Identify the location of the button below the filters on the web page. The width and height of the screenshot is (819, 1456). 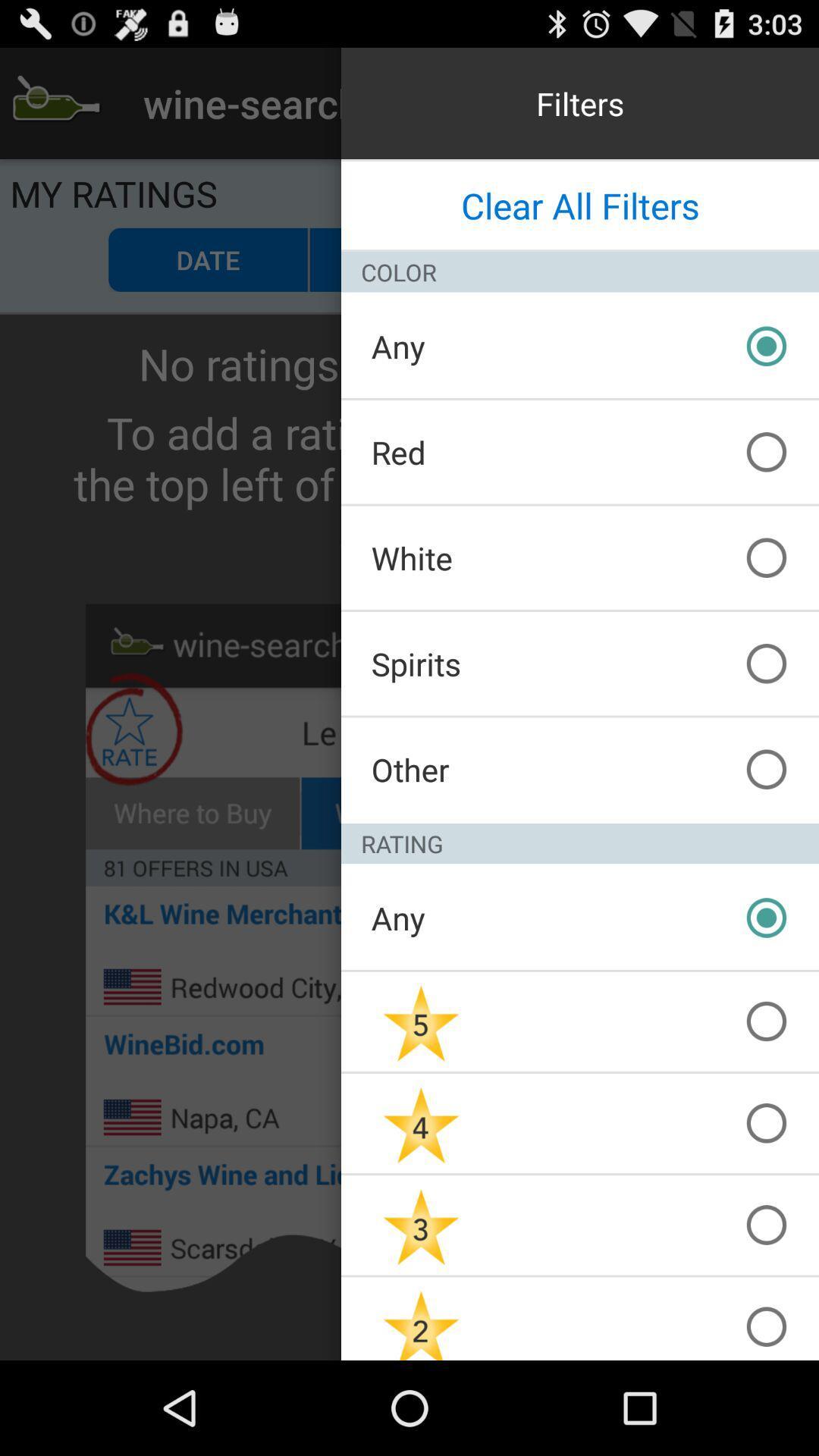
(579, 204).